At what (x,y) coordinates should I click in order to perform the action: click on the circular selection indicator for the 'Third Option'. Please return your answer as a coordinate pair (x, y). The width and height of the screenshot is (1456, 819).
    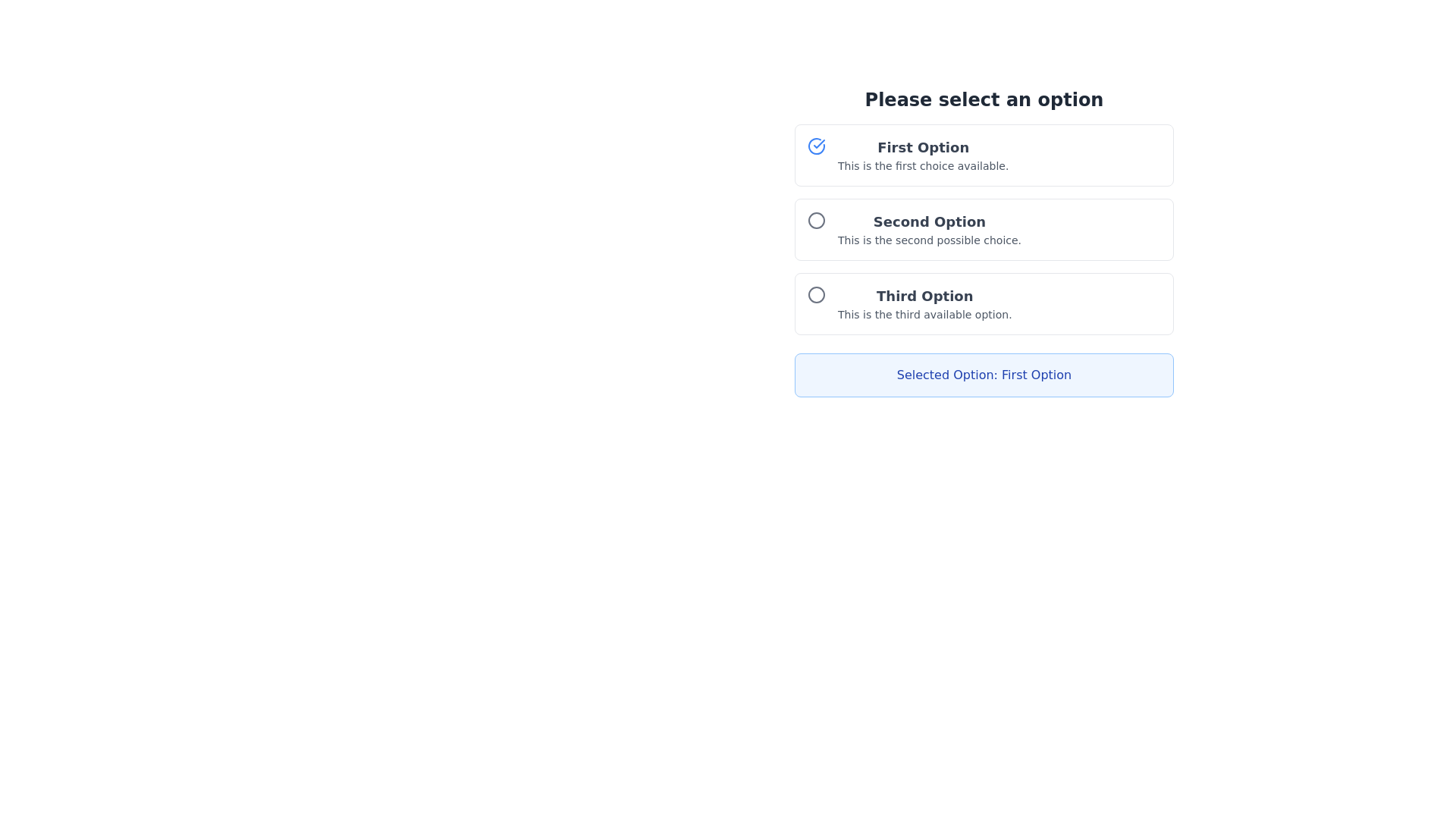
    Looking at the image, I should click on (815, 295).